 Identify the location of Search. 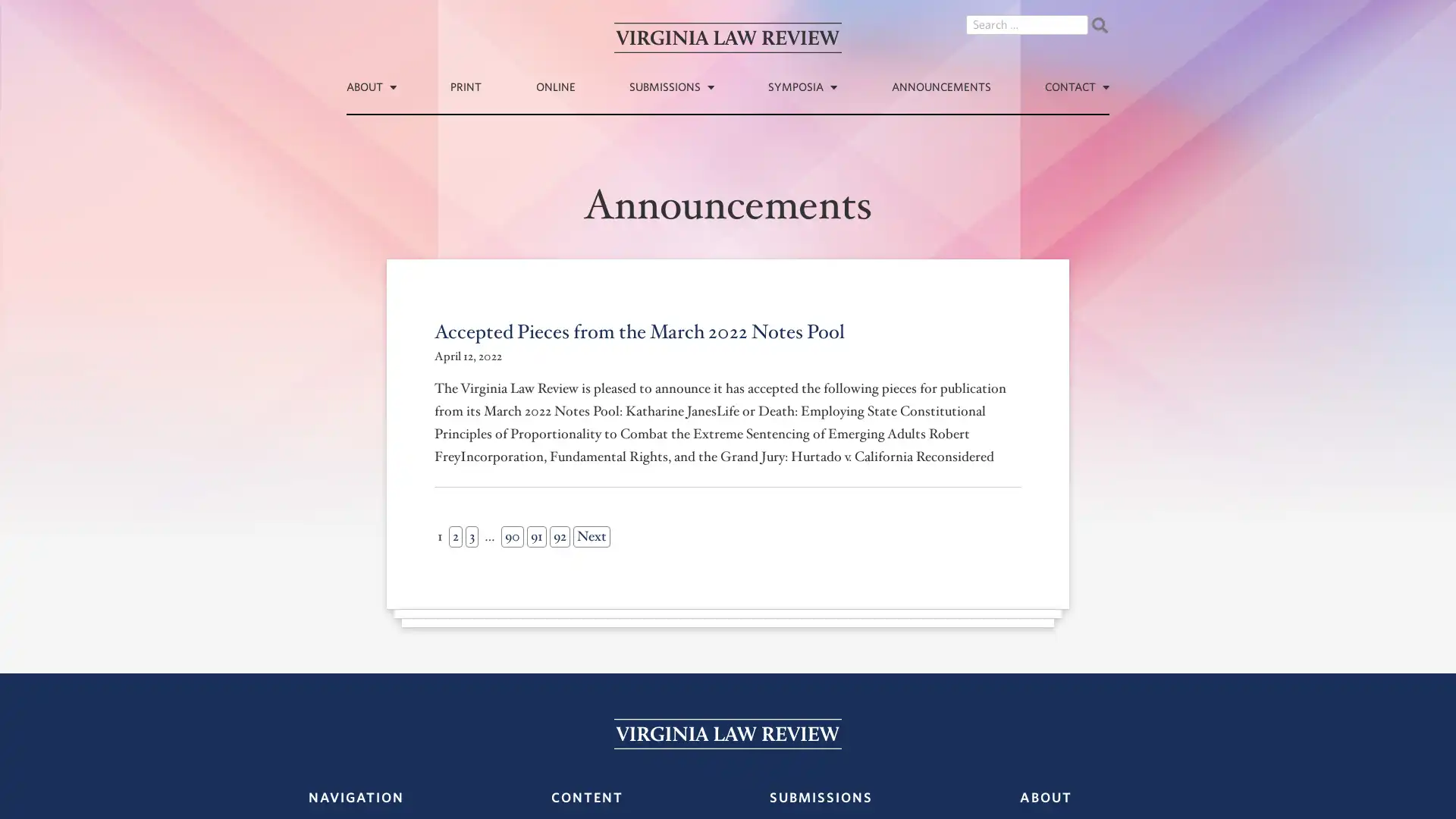
(1099, 25).